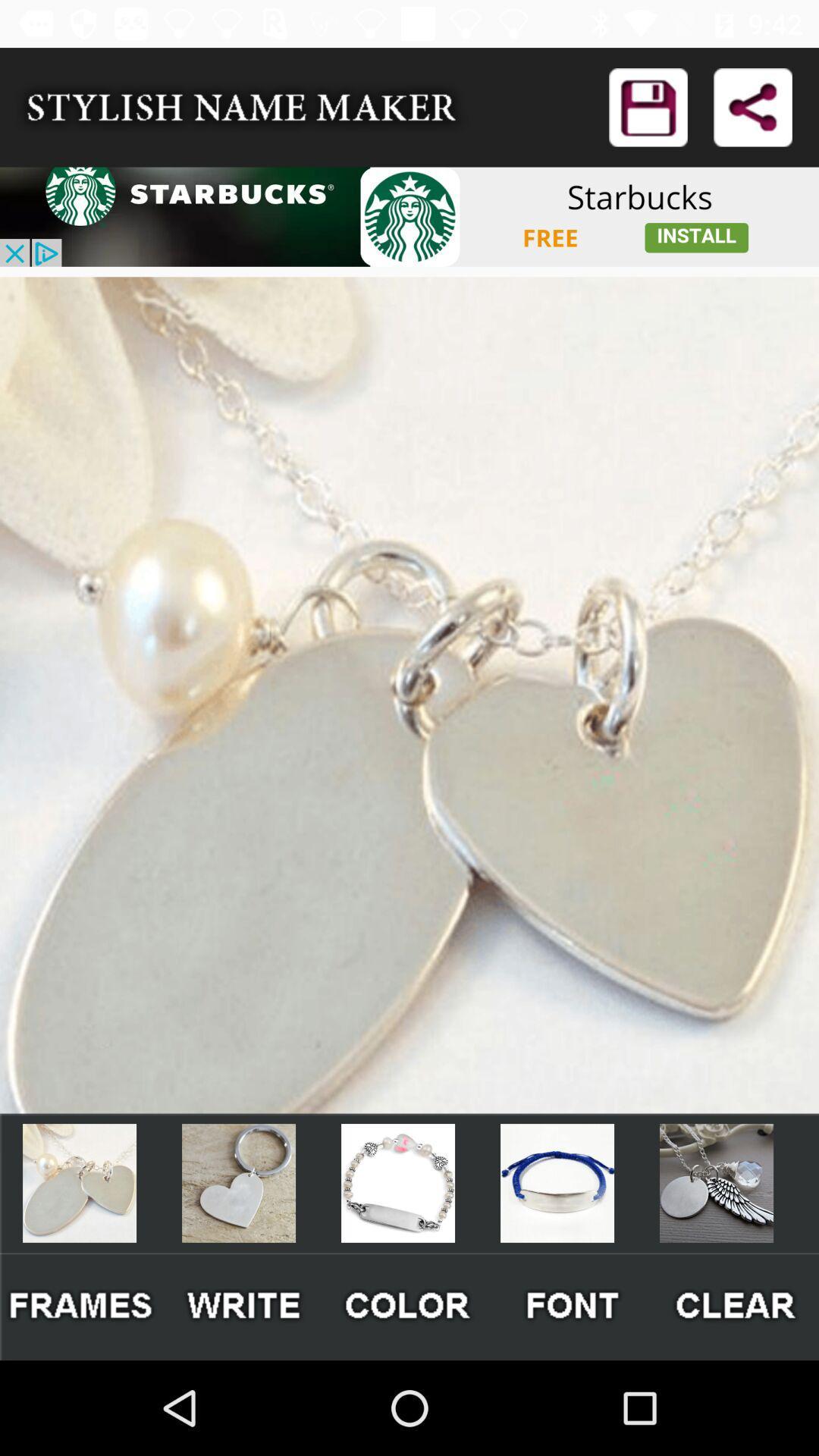 This screenshot has width=819, height=1456. Describe the element at coordinates (244, 1306) in the screenshot. I see `write a message` at that location.